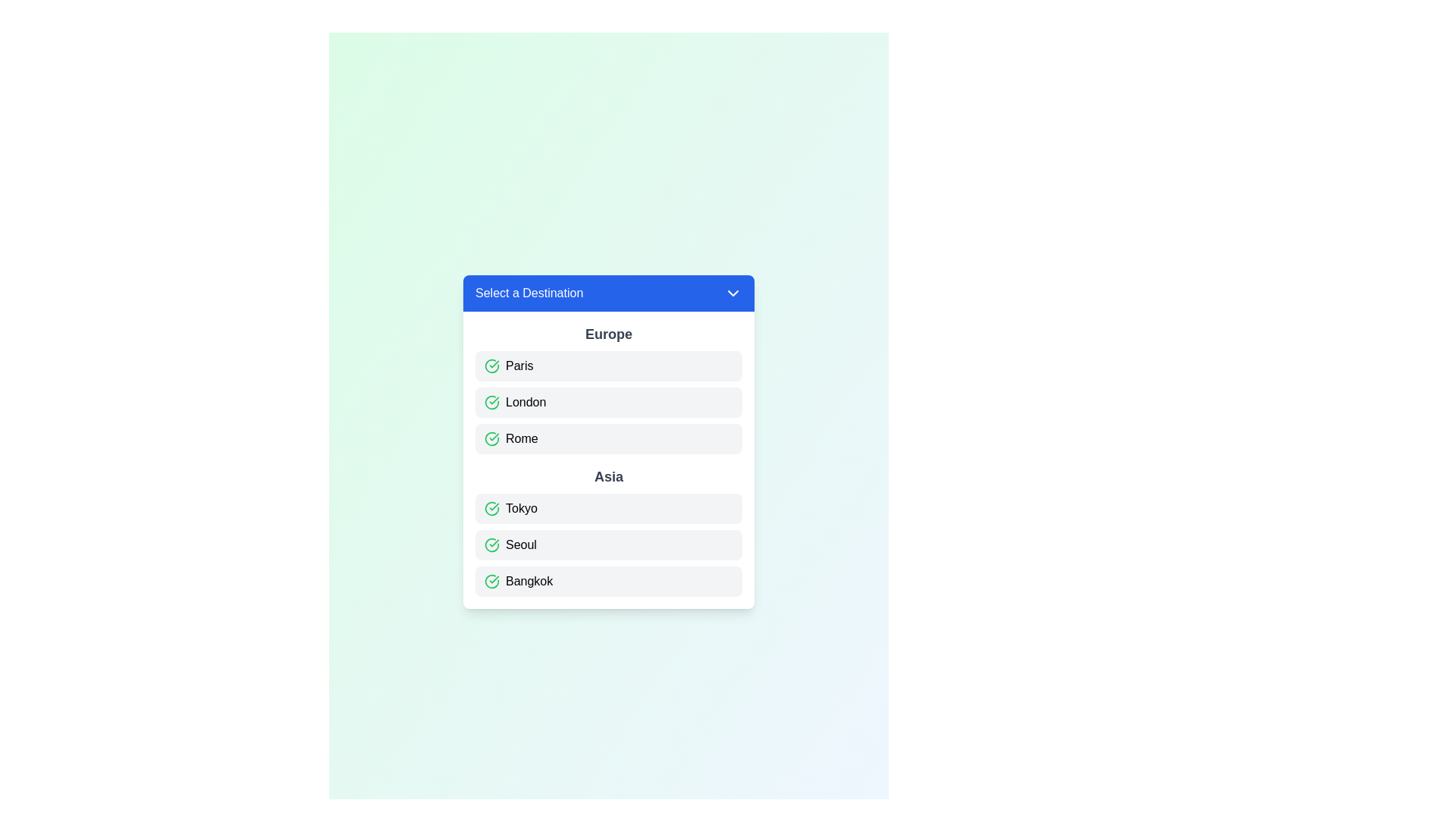 Image resolution: width=1456 pixels, height=819 pixels. I want to click on the second item in the destination list representing 'Seoul', so click(608, 544).